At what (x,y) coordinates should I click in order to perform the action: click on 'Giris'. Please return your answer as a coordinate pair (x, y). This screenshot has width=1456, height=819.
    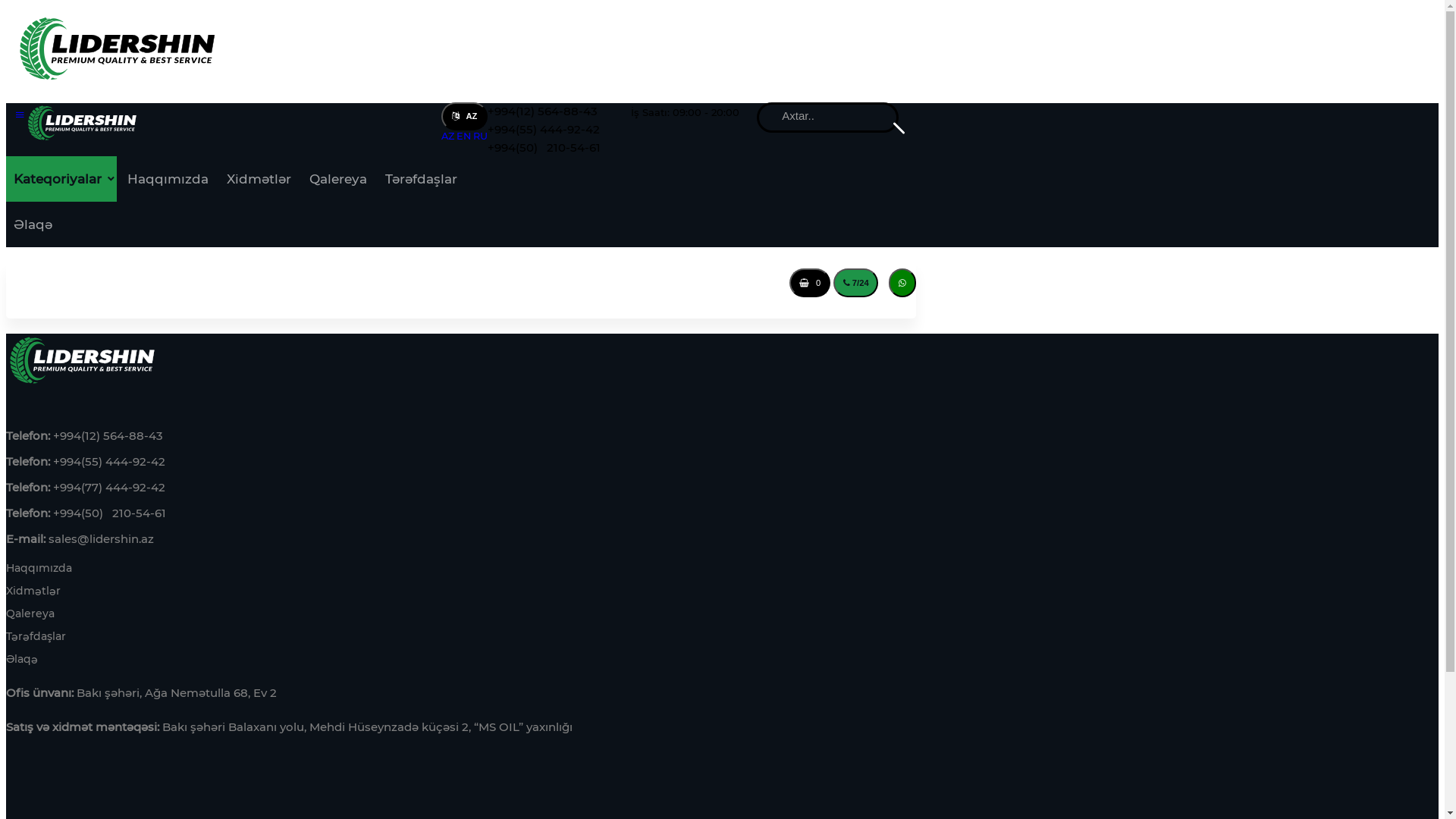
    Looking at the image, I should click on (696, 281).